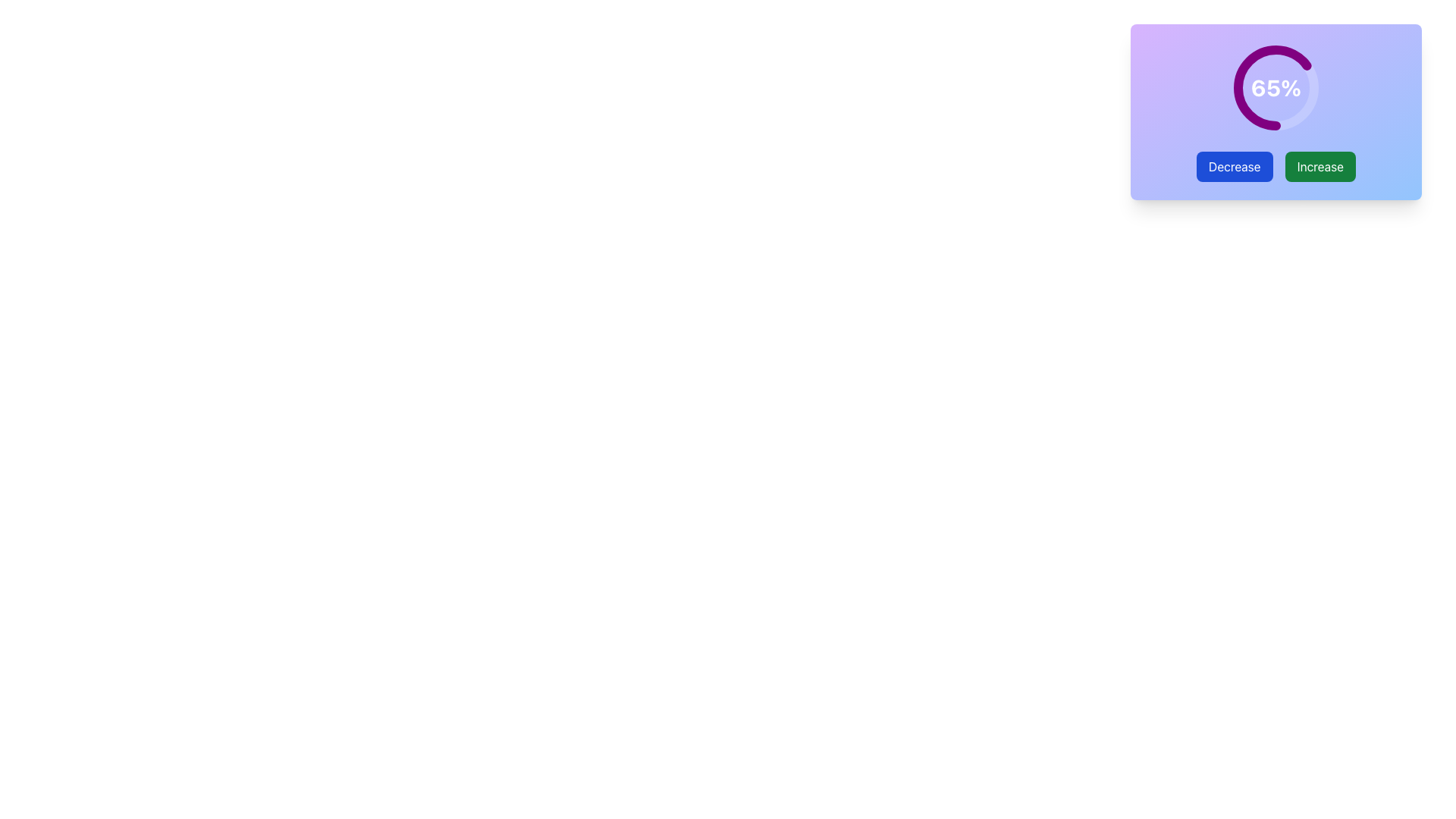 This screenshot has width=1456, height=819. I want to click on the button group containing 'Decrease' (blue) and 'Increase' (green) buttons to observe the hover effect, so click(1276, 166).